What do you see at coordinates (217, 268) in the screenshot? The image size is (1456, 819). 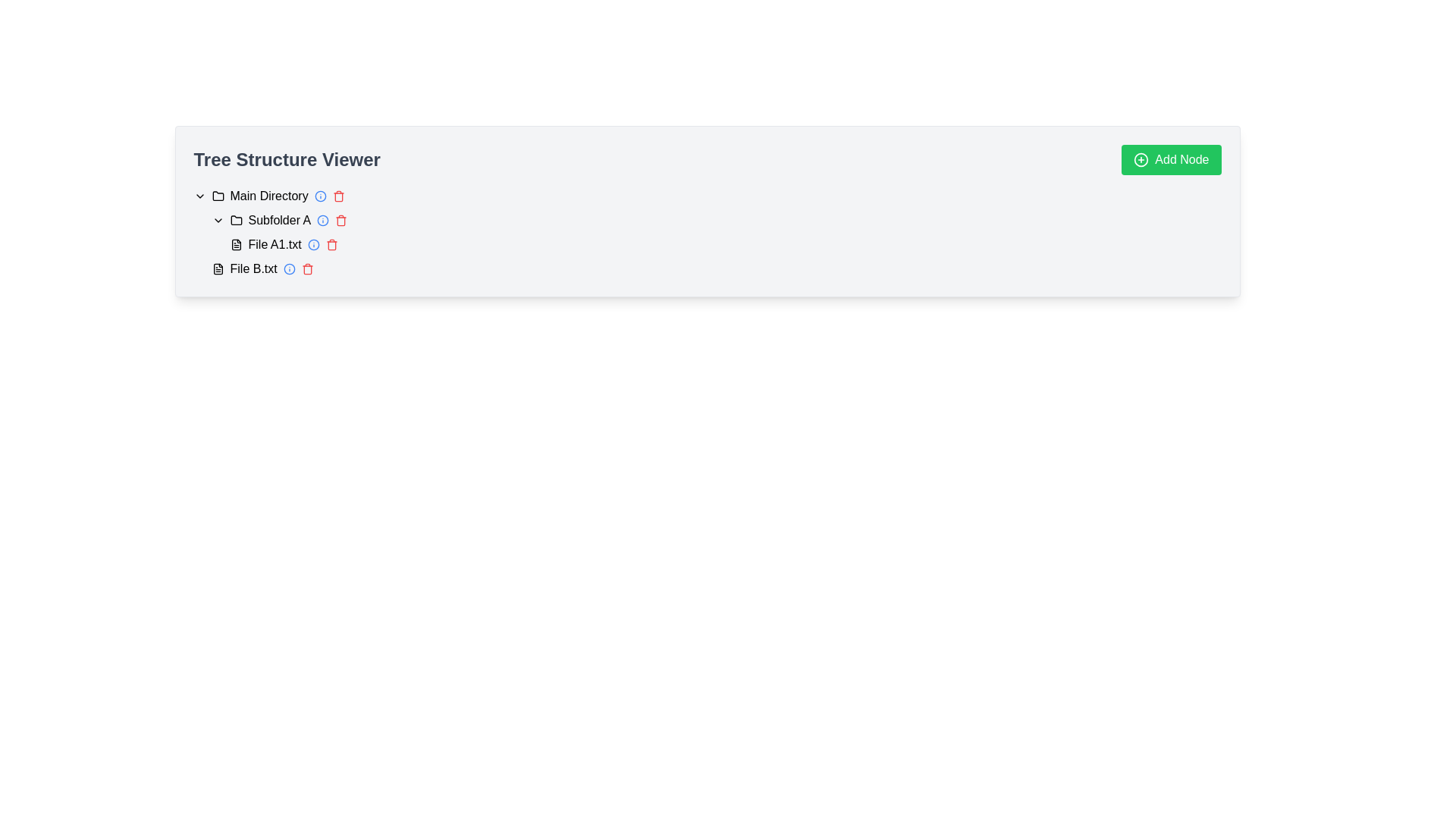 I see `the file icon that resembles a piece of paper with text, located to the left of the filename 'File B.txt' in the tree structure viewer` at bounding box center [217, 268].